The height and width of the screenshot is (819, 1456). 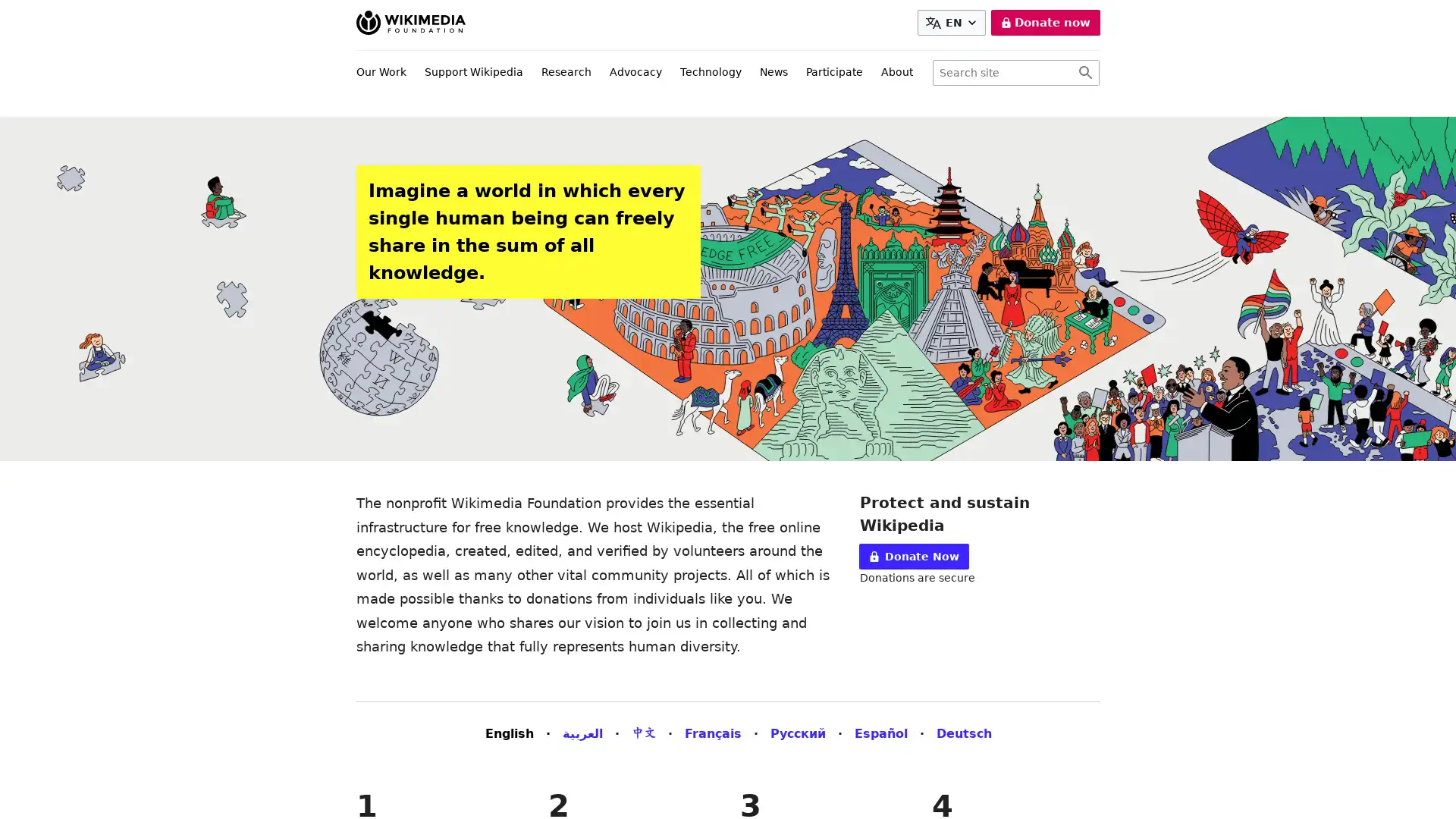 I want to click on Search, so click(x=1084, y=73).